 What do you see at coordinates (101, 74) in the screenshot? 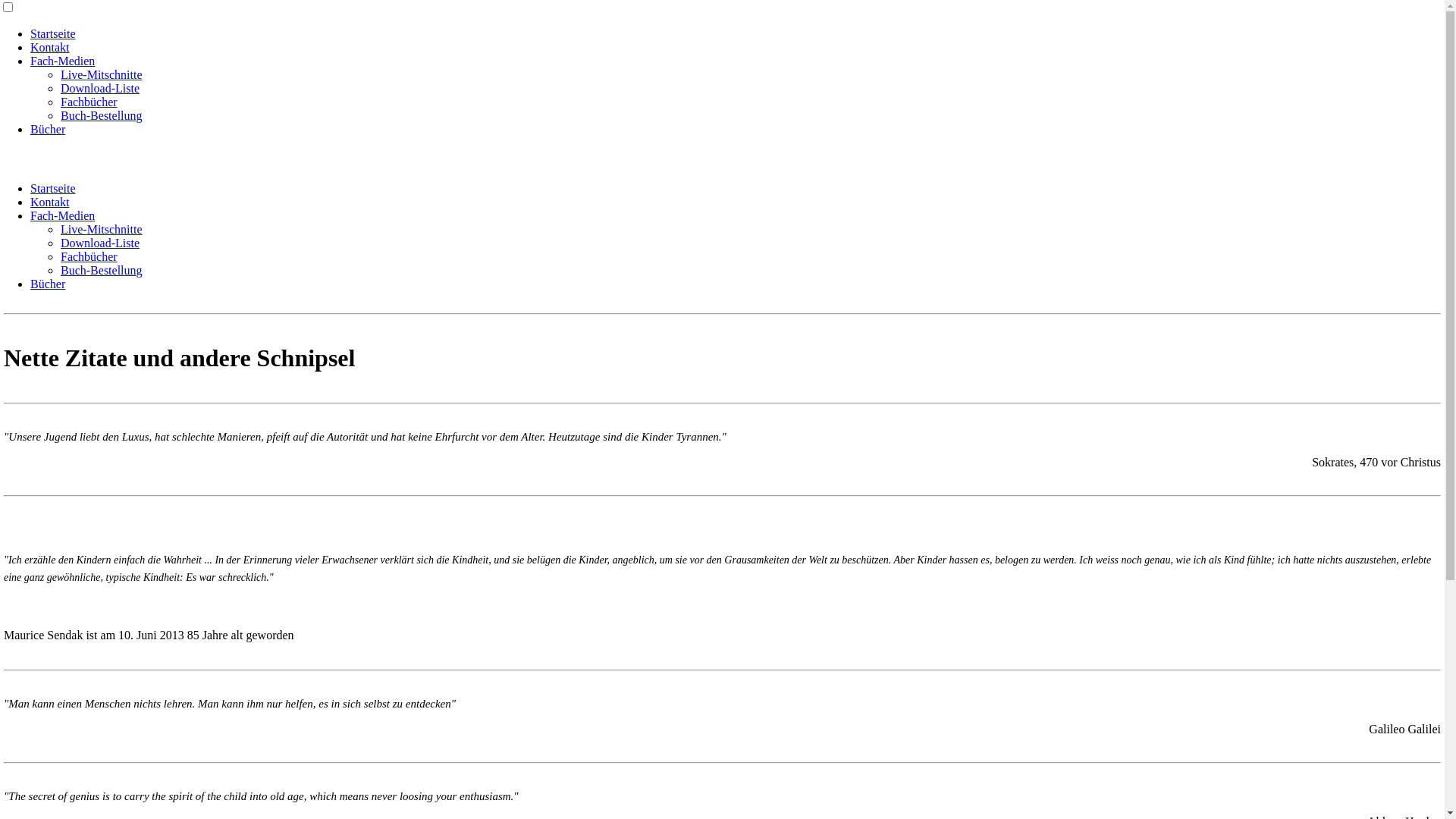
I see `'Live-Mitschnitte'` at bounding box center [101, 74].